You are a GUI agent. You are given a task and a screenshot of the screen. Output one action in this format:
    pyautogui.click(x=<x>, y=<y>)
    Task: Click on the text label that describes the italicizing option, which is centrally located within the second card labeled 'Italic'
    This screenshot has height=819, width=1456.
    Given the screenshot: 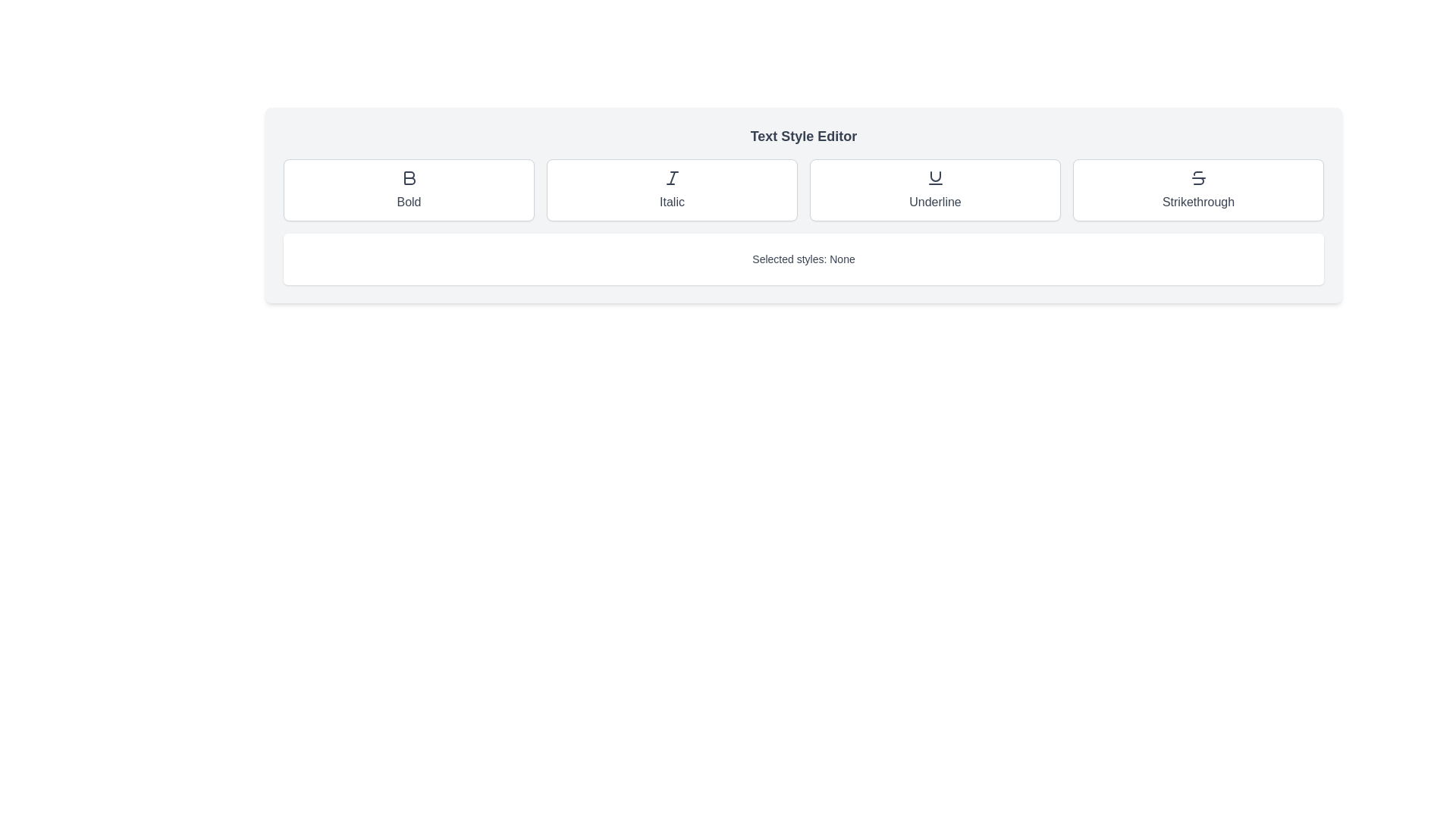 What is the action you would take?
    pyautogui.click(x=671, y=201)
    